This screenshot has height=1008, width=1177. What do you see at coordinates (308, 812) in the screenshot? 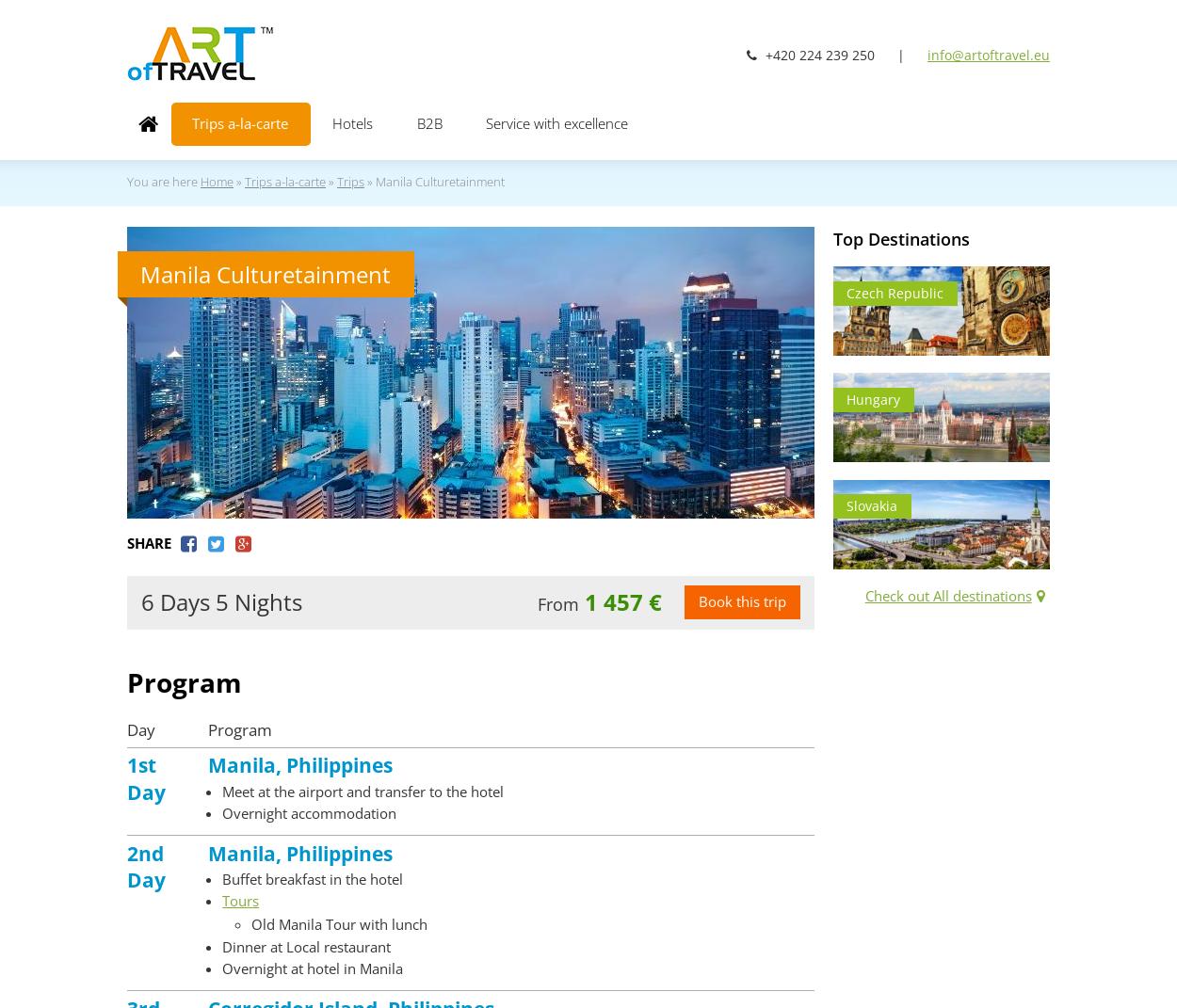
I see `'Overnight accommodation'` at bounding box center [308, 812].